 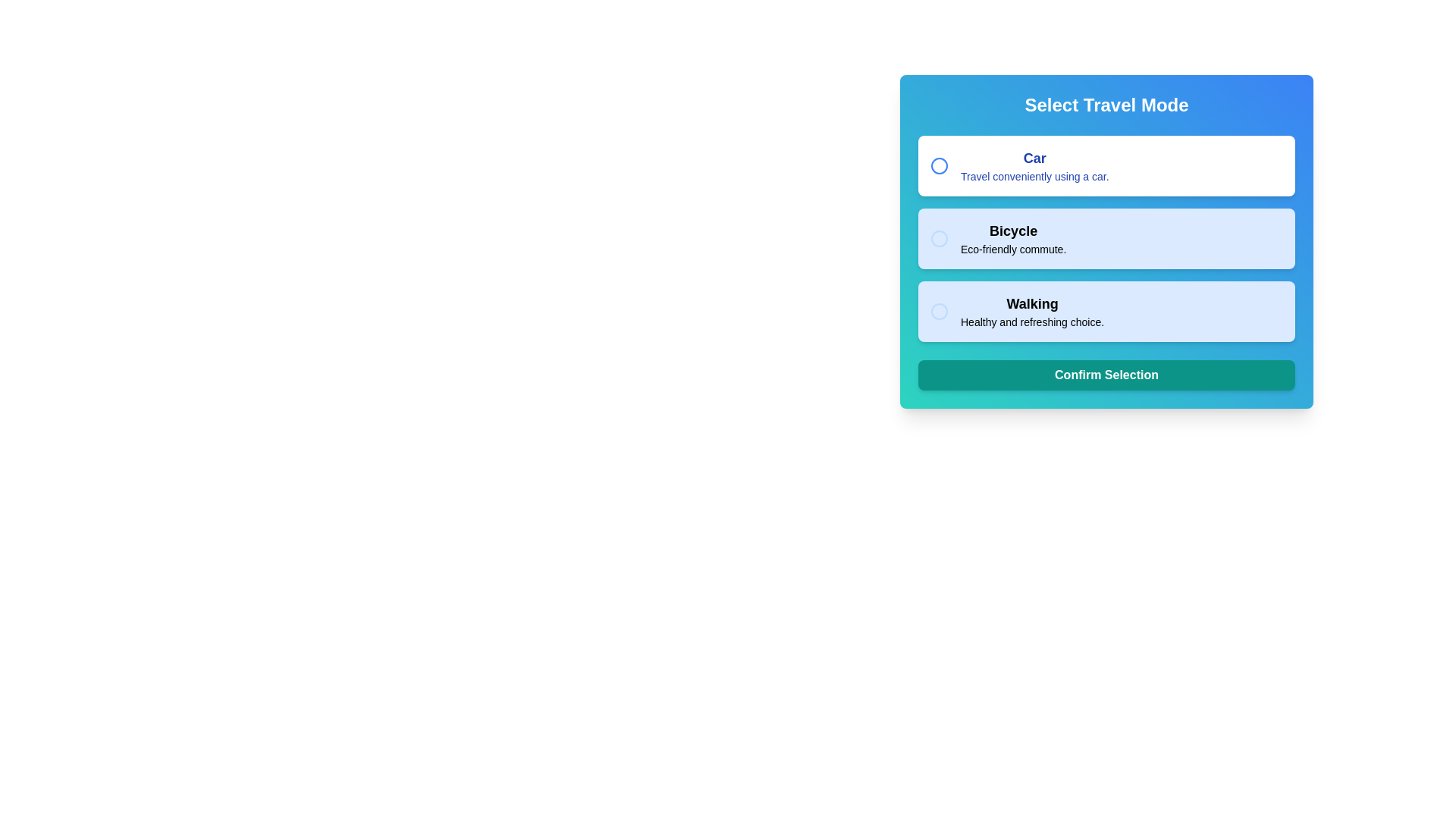 I want to click on informational text block for the 'Car' travel mode option, which is located under the 'Select Travel Mode' header, positioned above the 'Bicycle' and 'Walking' options, so click(x=1034, y=166).